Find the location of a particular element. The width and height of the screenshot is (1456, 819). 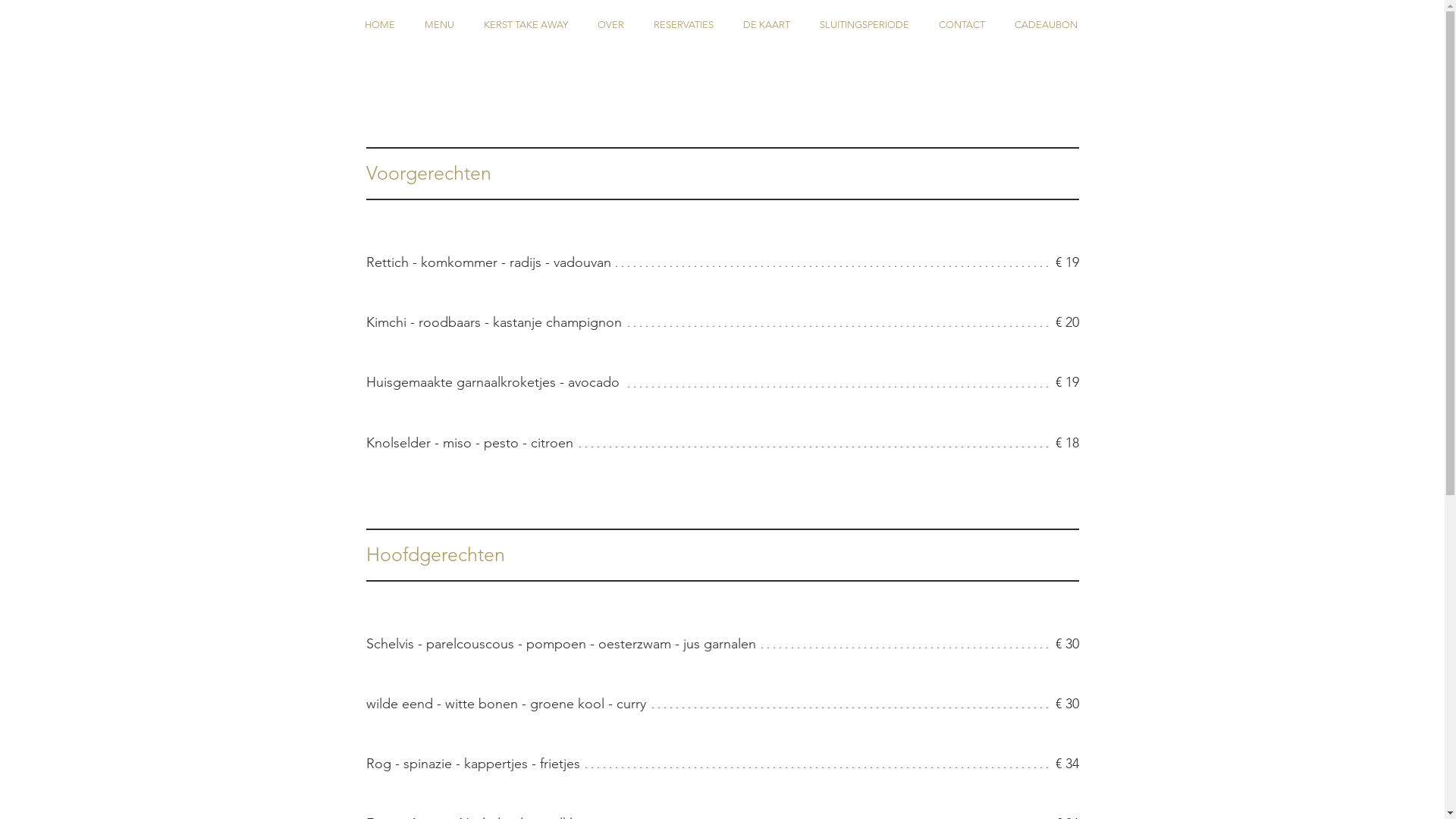

'CADEAUBON' is located at coordinates (1044, 24).